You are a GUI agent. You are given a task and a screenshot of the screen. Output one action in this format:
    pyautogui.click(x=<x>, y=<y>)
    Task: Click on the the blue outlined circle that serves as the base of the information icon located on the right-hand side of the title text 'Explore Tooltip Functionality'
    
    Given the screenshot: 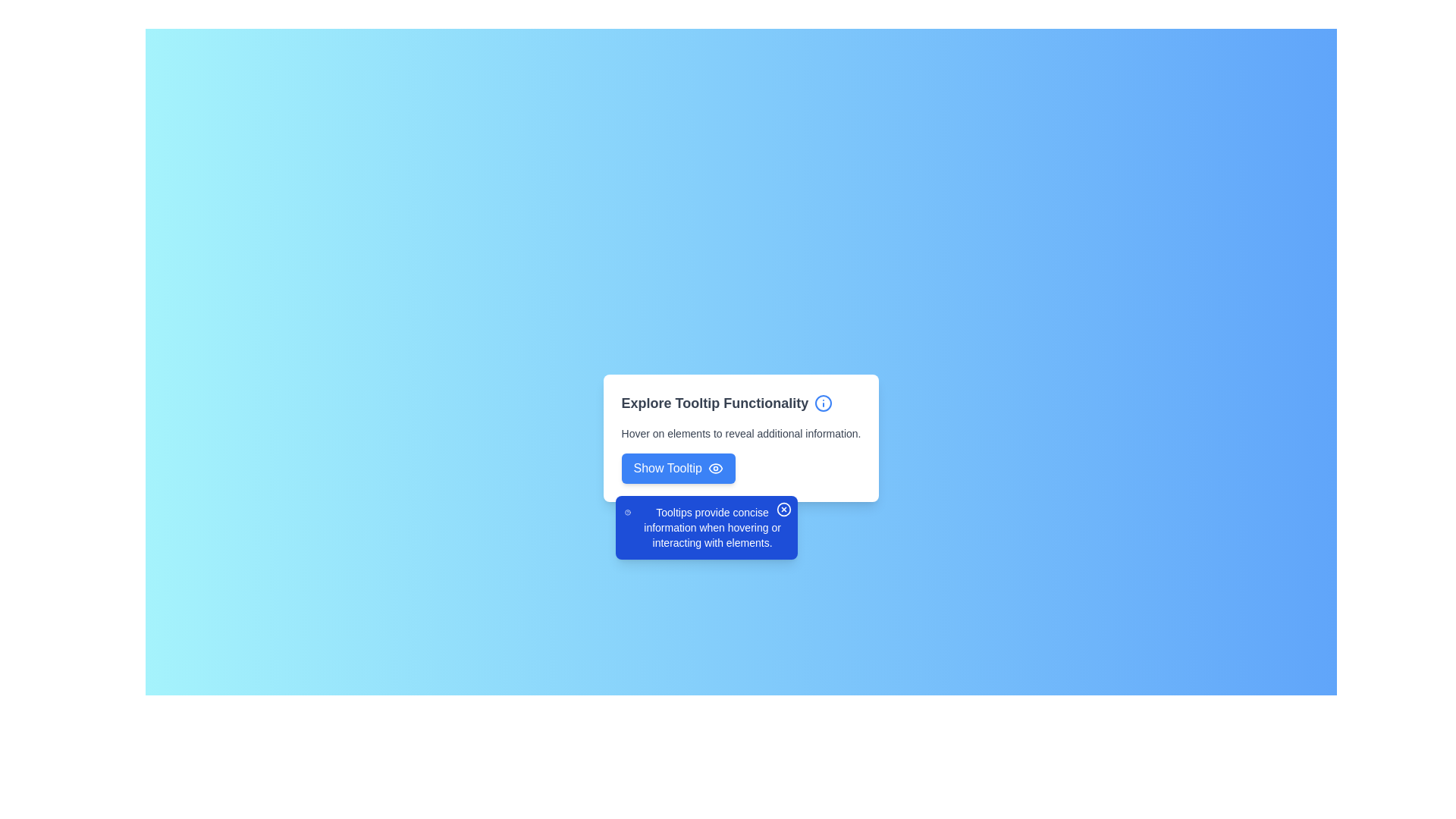 What is the action you would take?
    pyautogui.click(x=823, y=403)
    